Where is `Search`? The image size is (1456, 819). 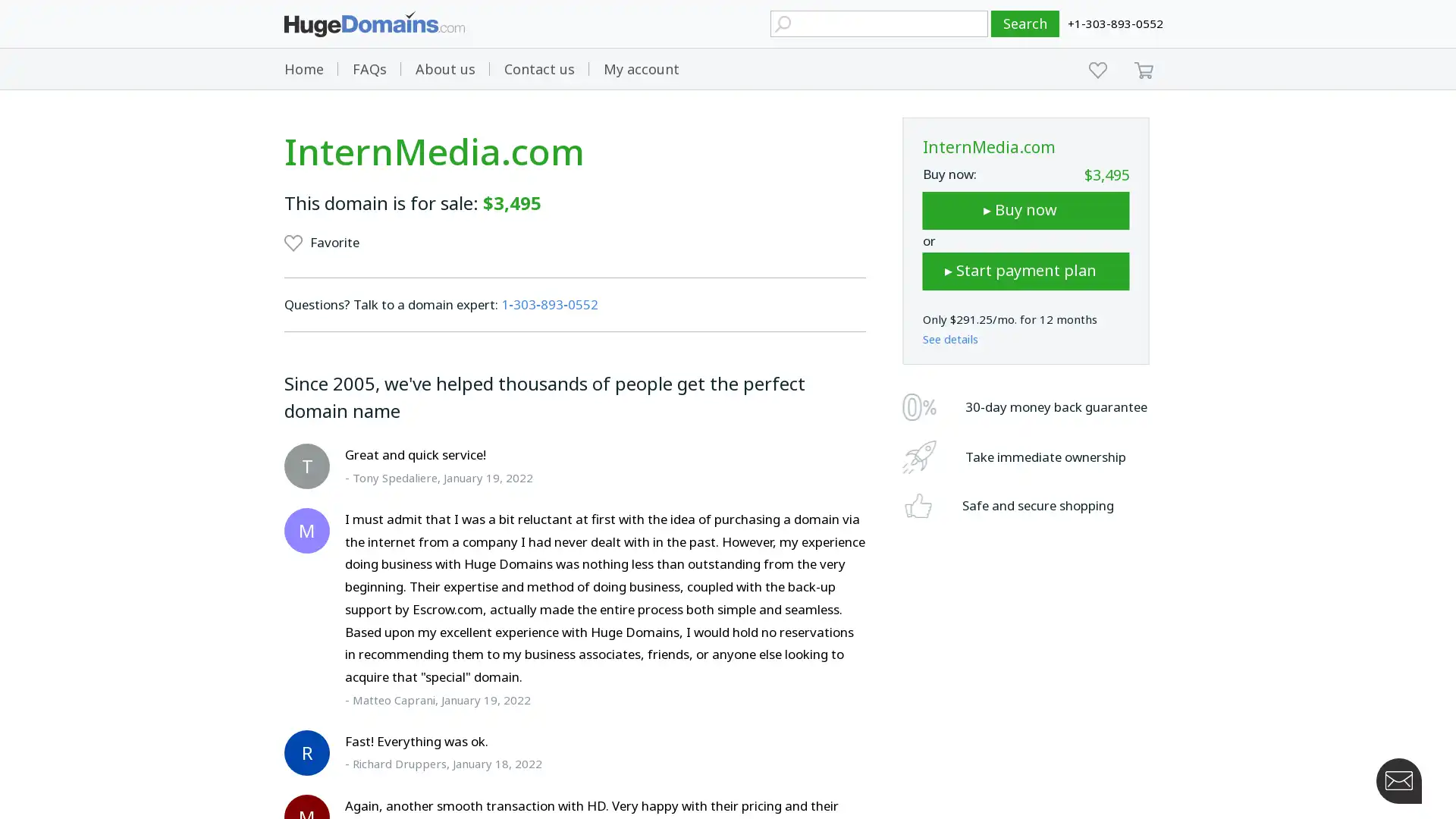 Search is located at coordinates (1025, 24).